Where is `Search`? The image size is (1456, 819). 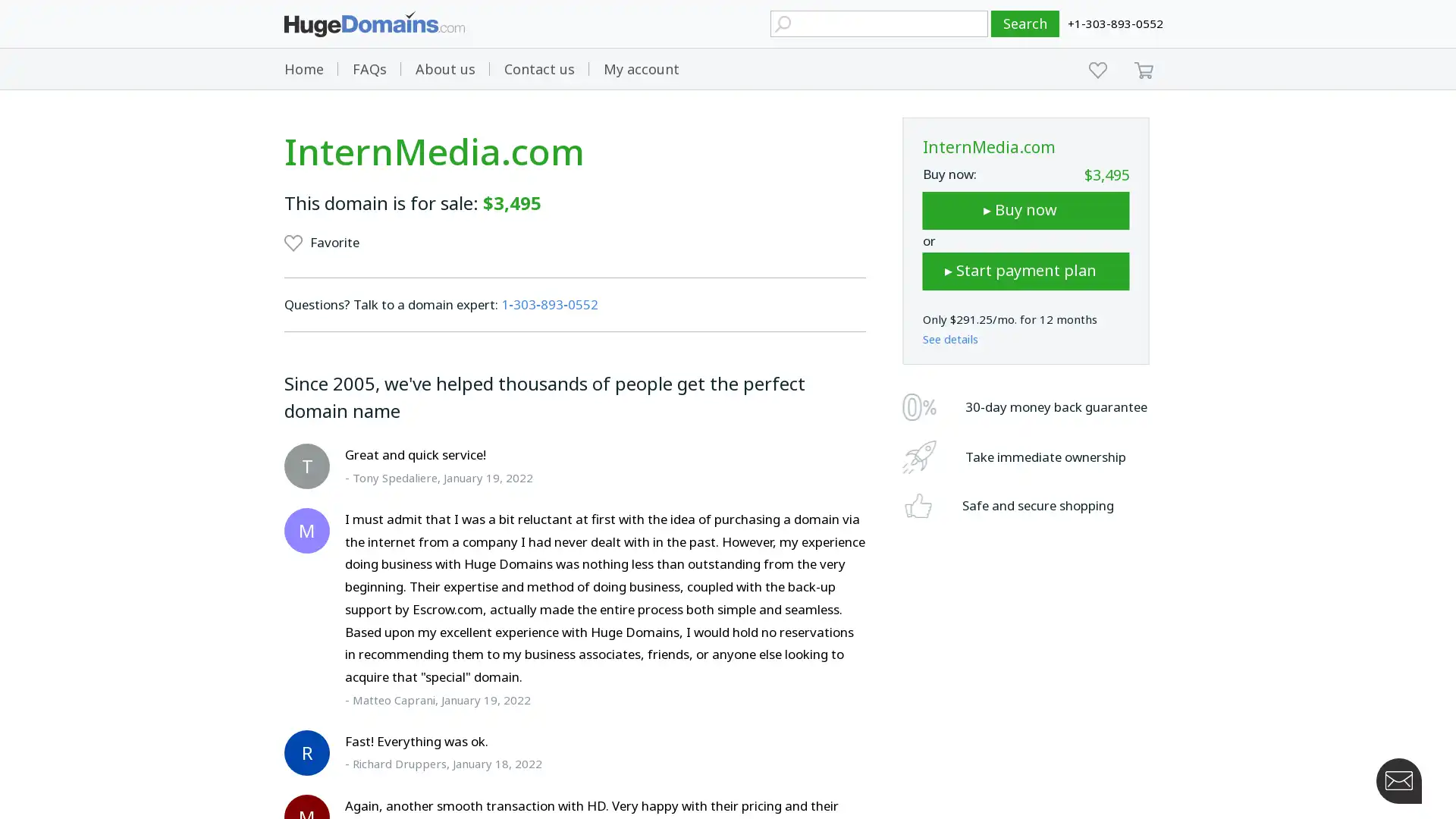 Search is located at coordinates (1025, 24).